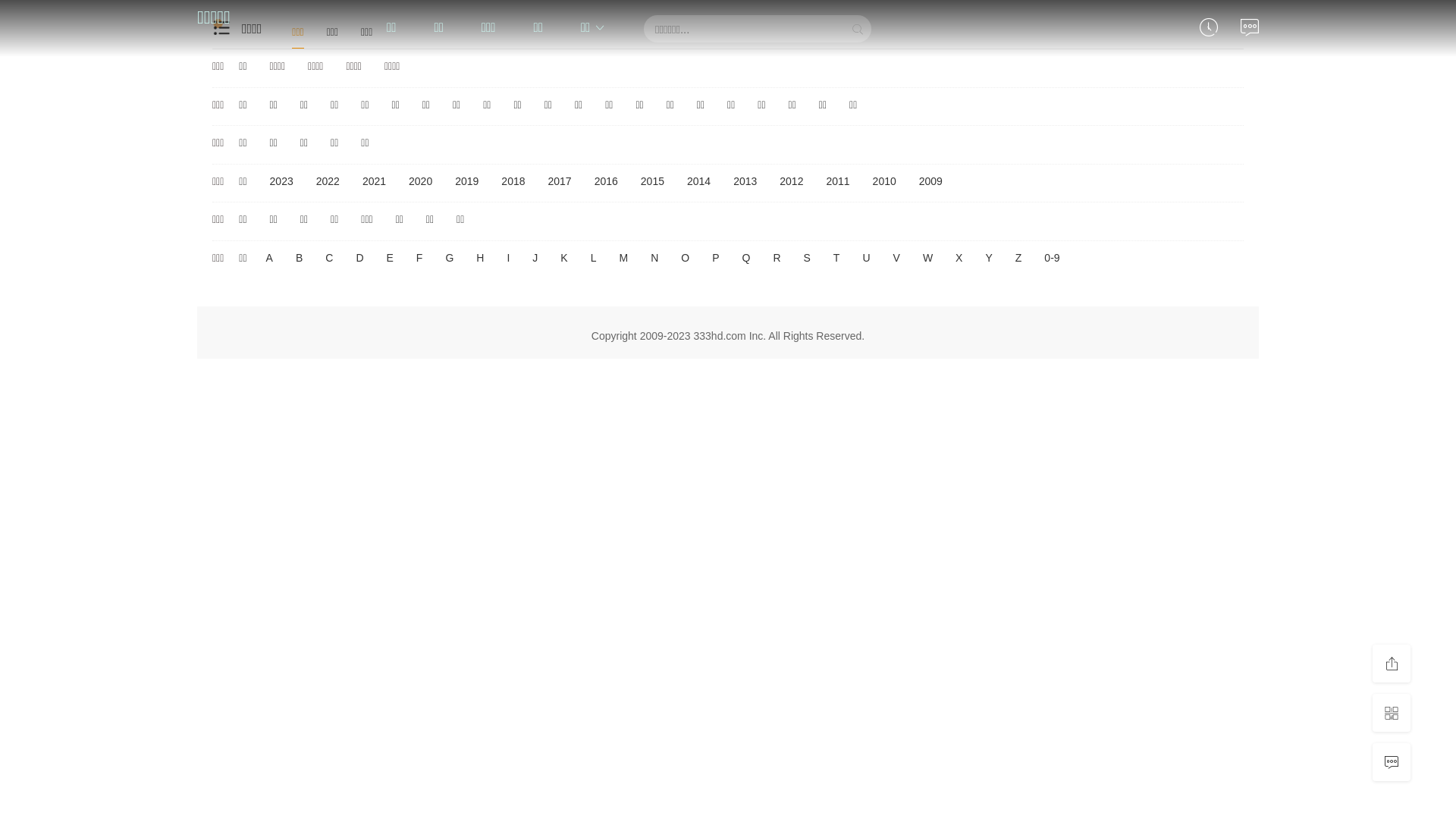 Image resolution: width=1456 pixels, height=819 pixels. I want to click on '2013', so click(745, 180).